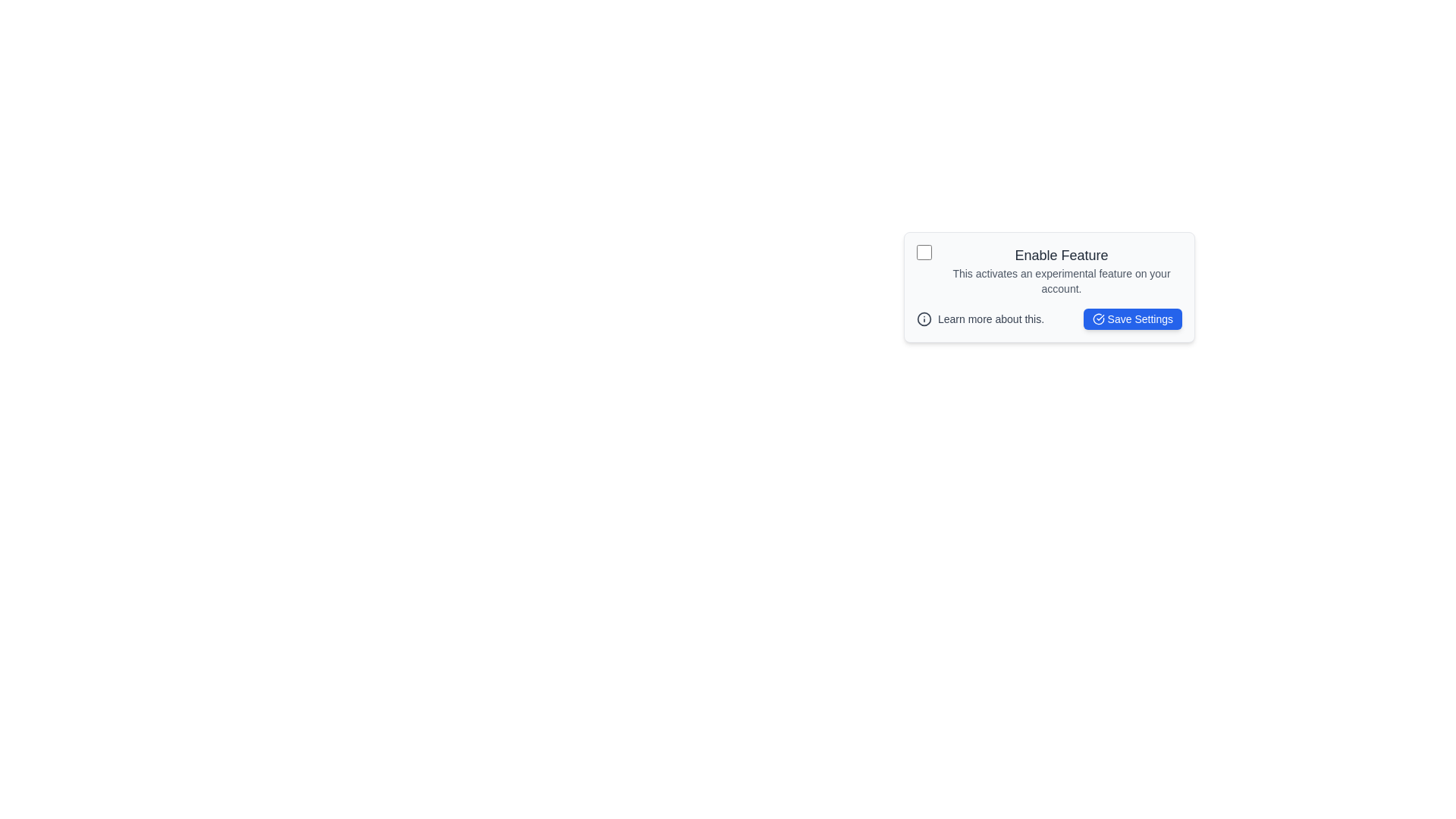 The image size is (1456, 819). What do you see at coordinates (924, 251) in the screenshot?
I see `the checkbox that enables or disables the experimental feature via keyboard navigation` at bounding box center [924, 251].